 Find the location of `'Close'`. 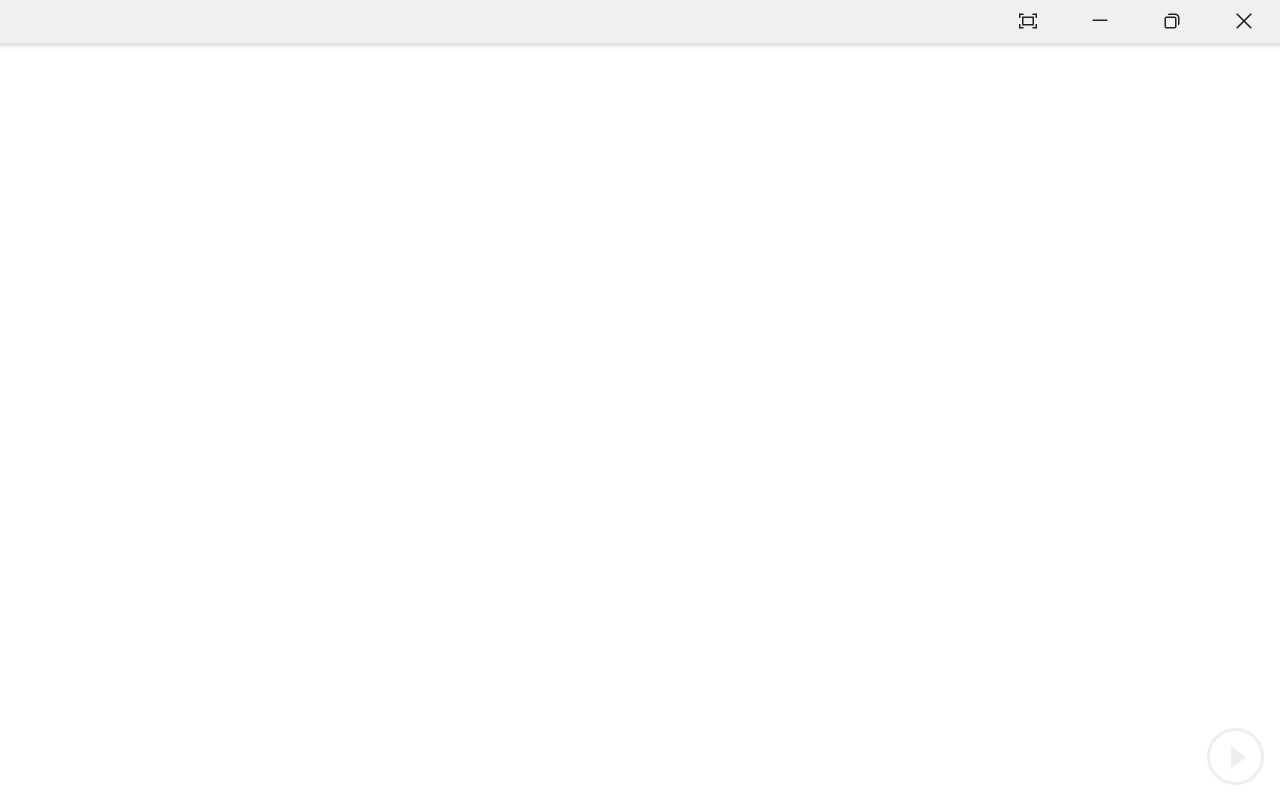

'Close' is located at coordinates (1243, 21).